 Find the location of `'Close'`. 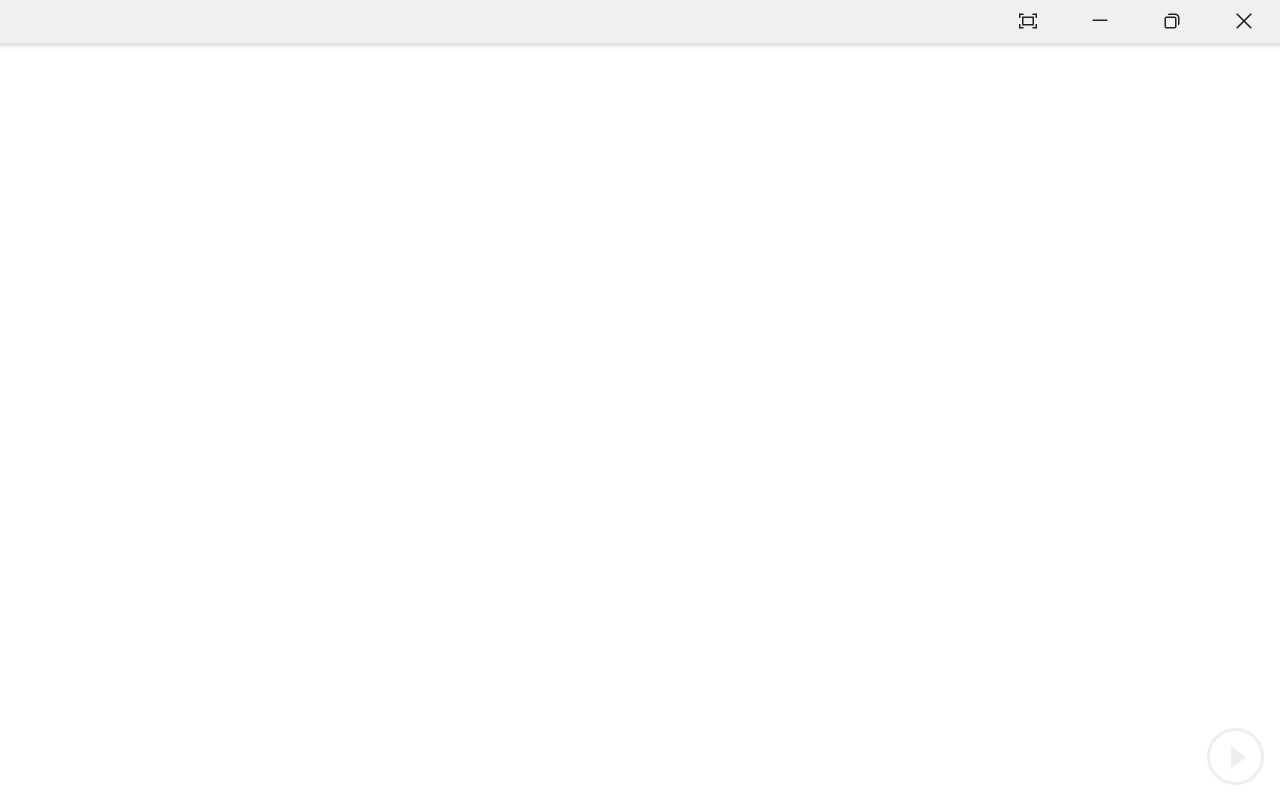

'Close' is located at coordinates (1243, 21).